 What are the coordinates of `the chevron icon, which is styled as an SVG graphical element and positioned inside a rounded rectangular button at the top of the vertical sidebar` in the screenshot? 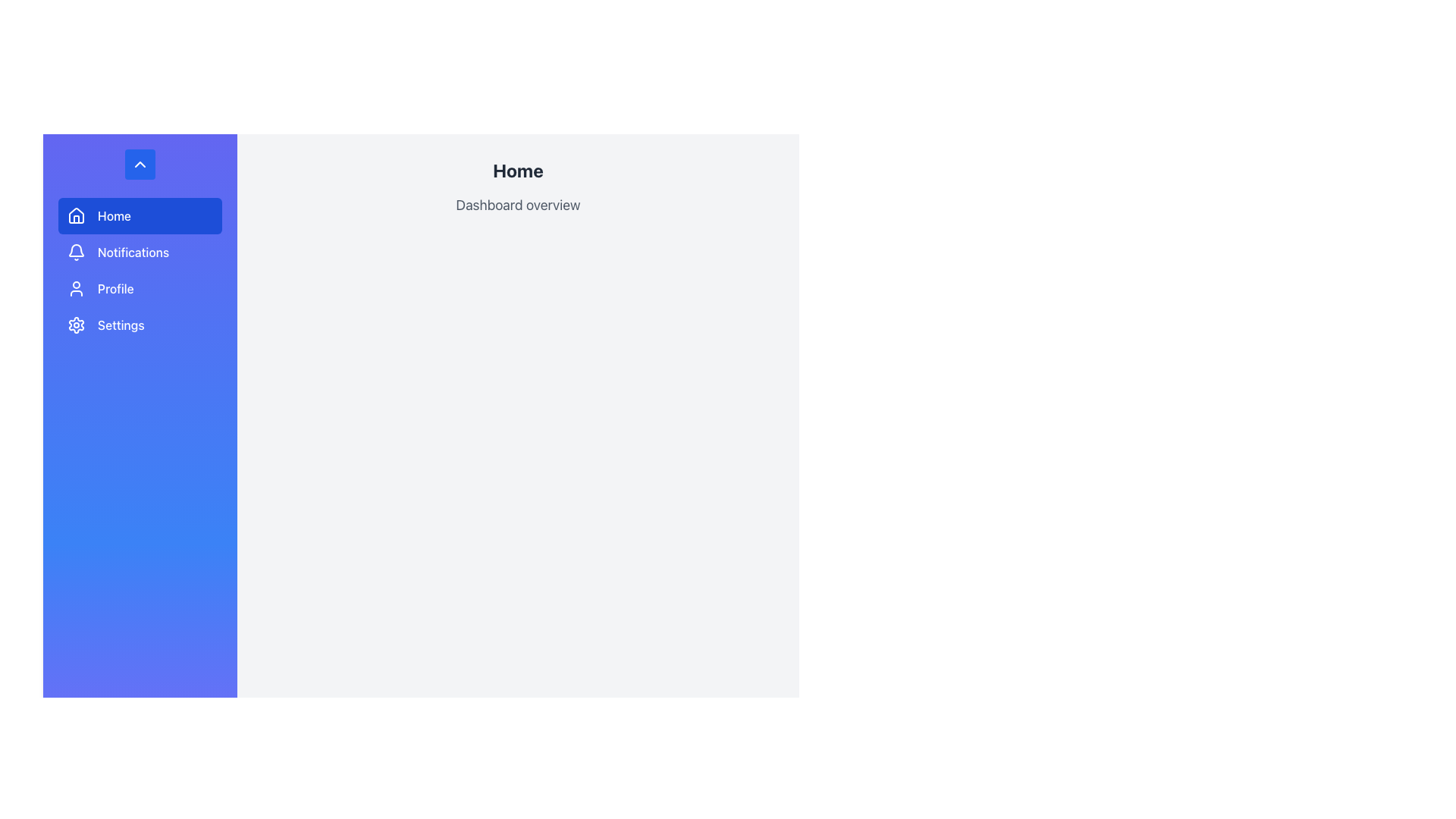 It's located at (140, 164).